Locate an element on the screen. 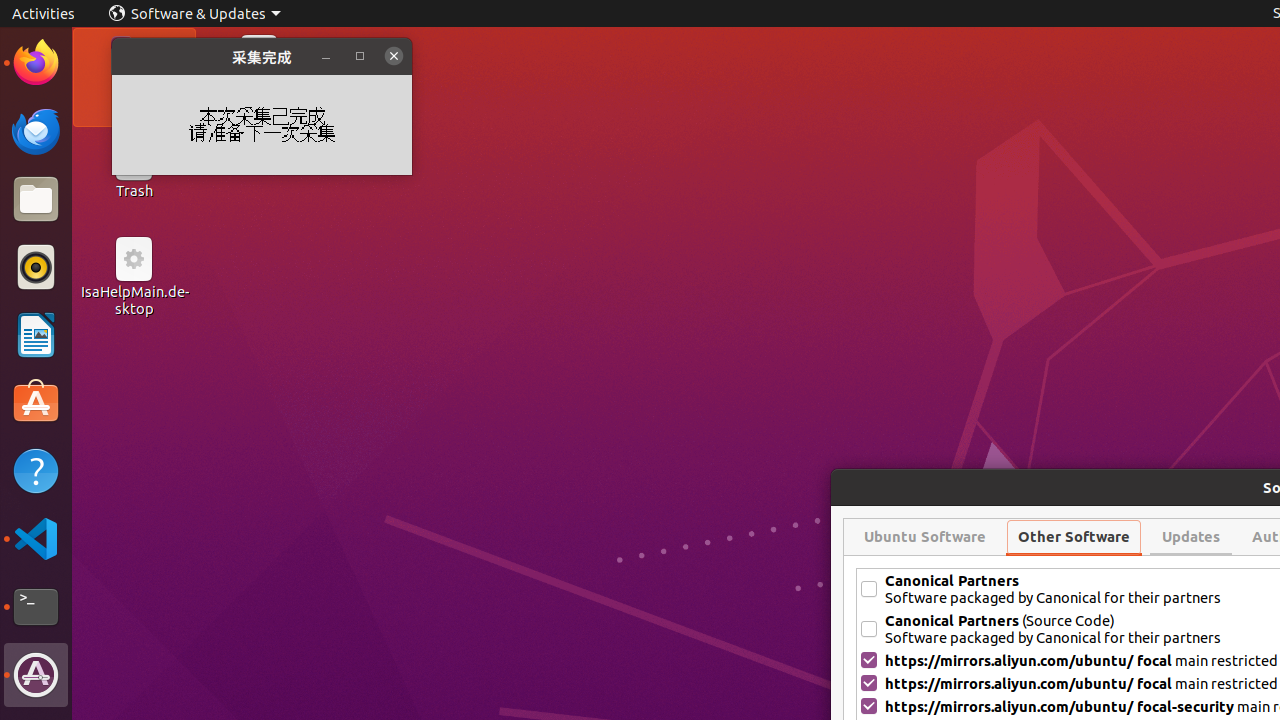 The image size is (1280, 720). 'Other Software' is located at coordinates (1073, 535).